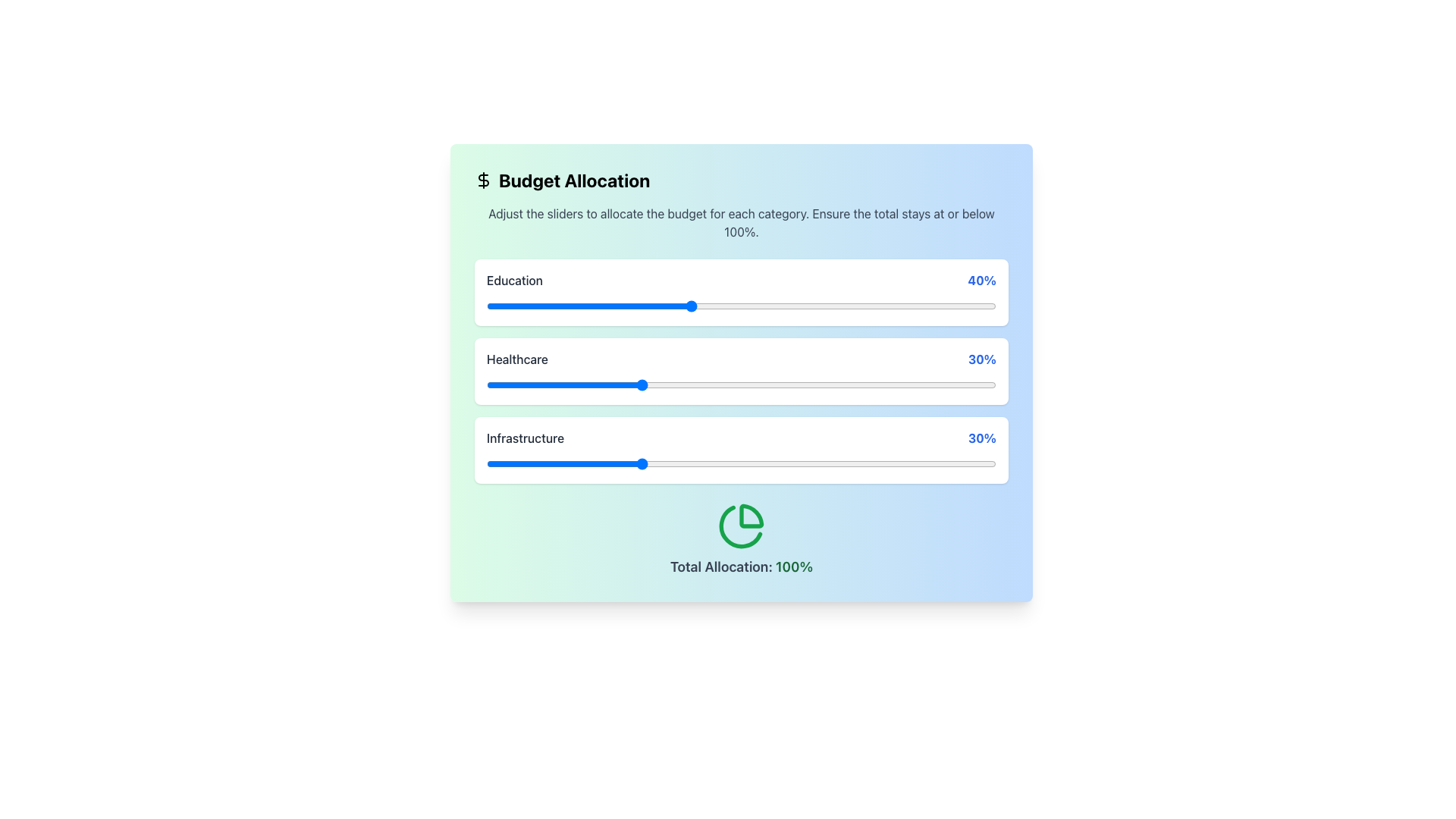 This screenshot has height=819, width=1456. What do you see at coordinates (715, 384) in the screenshot?
I see `healthcare allocation` at bounding box center [715, 384].